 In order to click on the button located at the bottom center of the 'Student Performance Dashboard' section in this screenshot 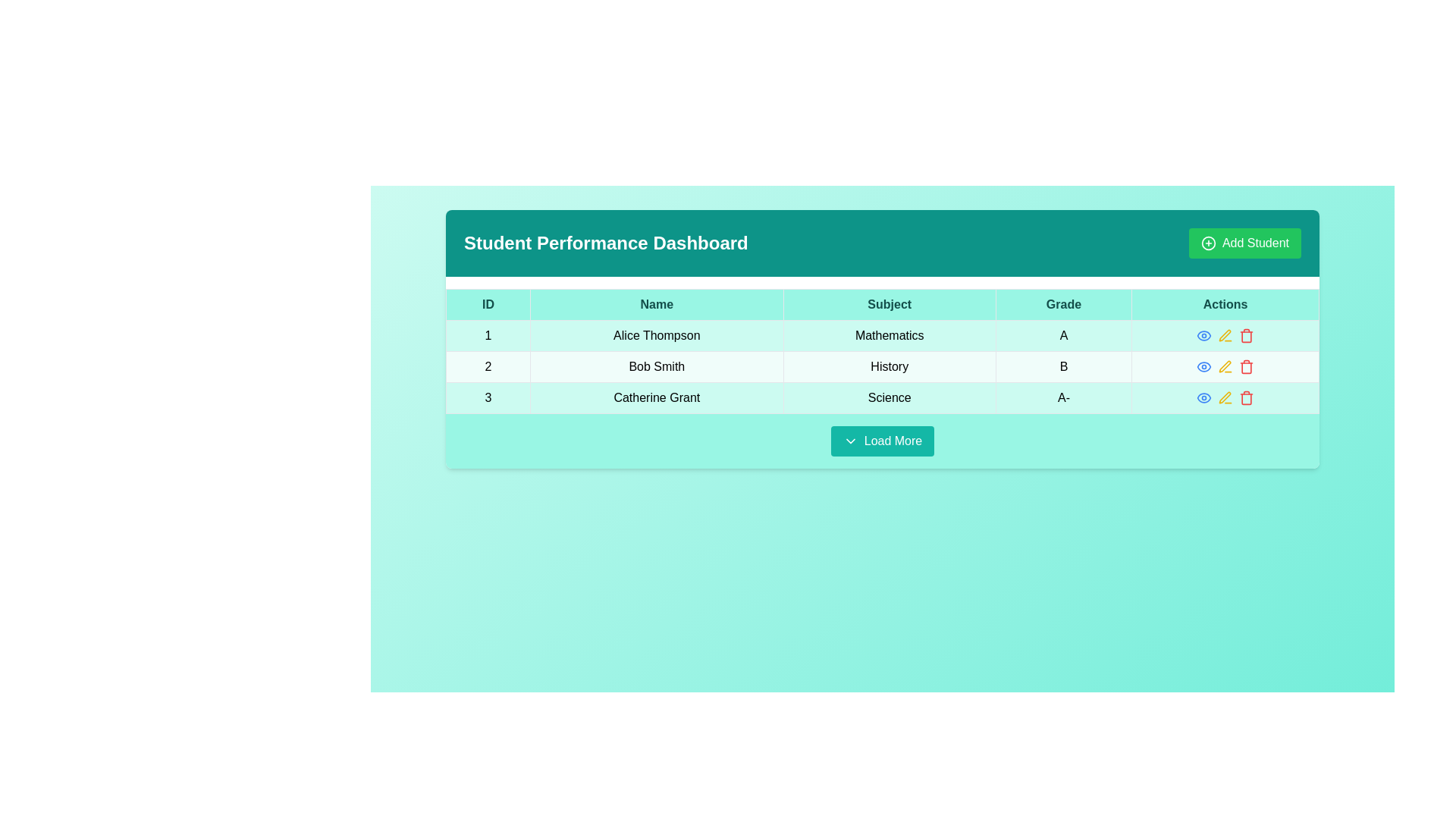, I will do `click(882, 441)`.